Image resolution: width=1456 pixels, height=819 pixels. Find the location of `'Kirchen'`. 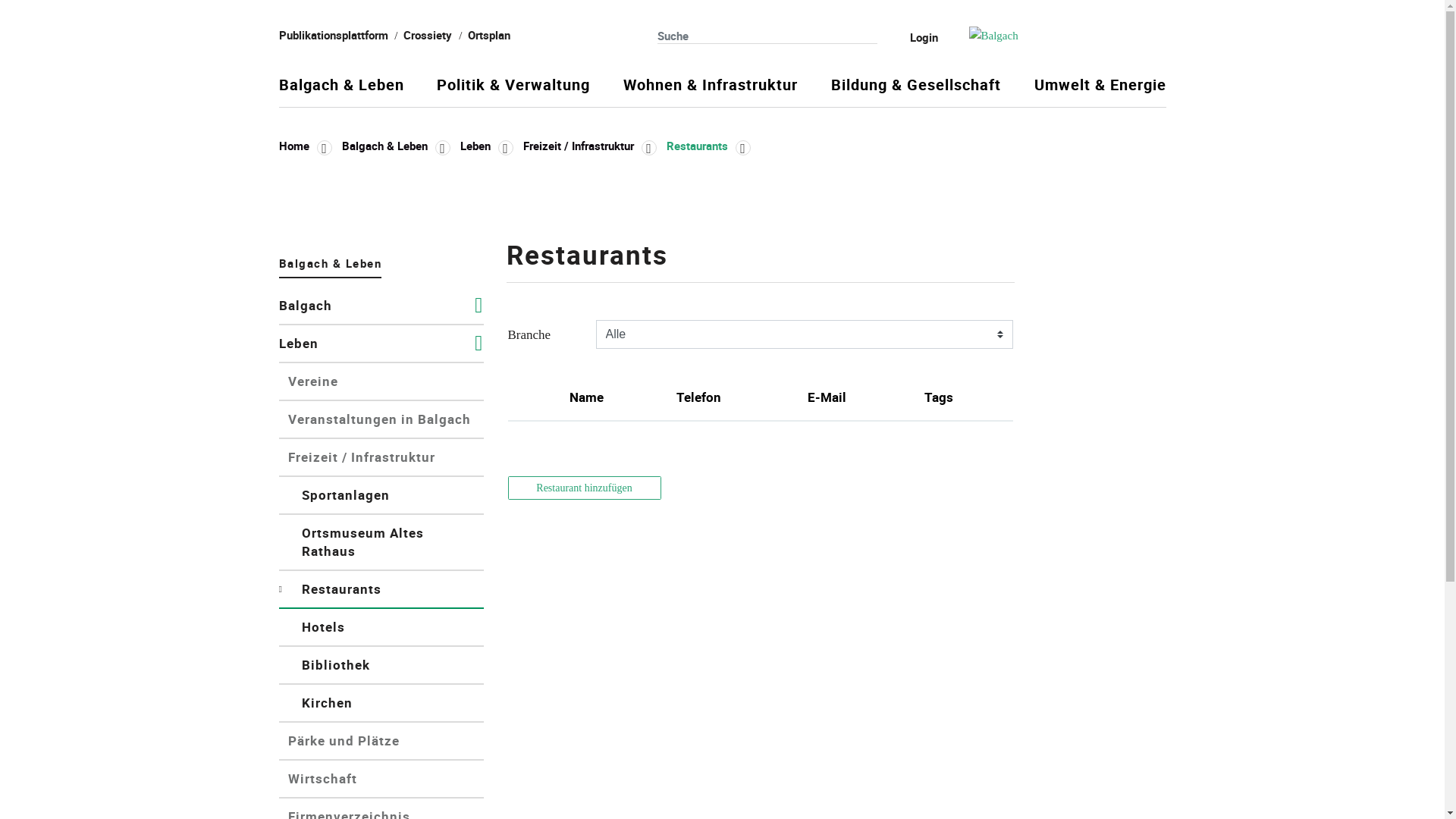

'Kirchen' is located at coordinates (381, 704).